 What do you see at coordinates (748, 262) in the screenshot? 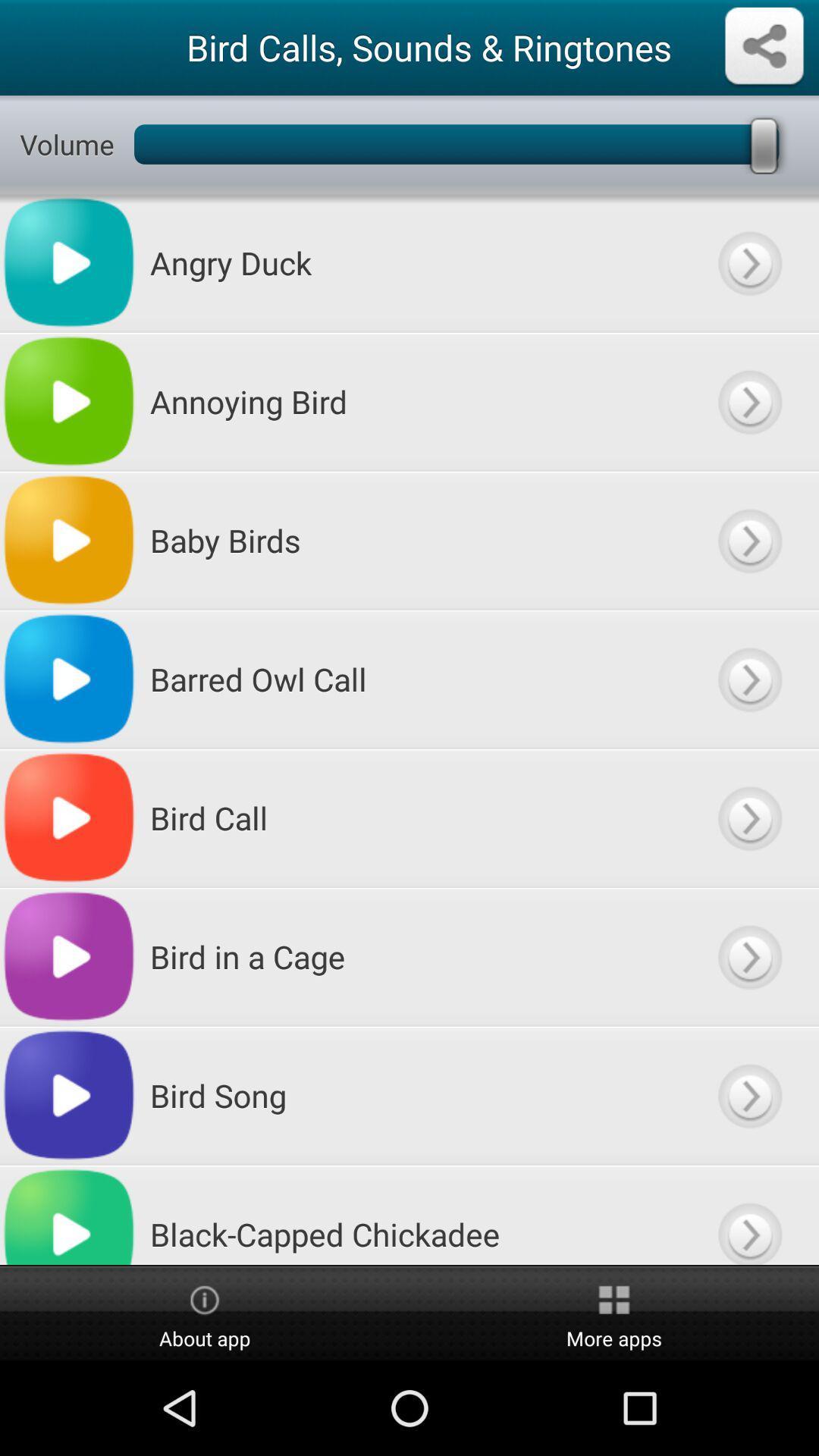
I see `next page` at bounding box center [748, 262].